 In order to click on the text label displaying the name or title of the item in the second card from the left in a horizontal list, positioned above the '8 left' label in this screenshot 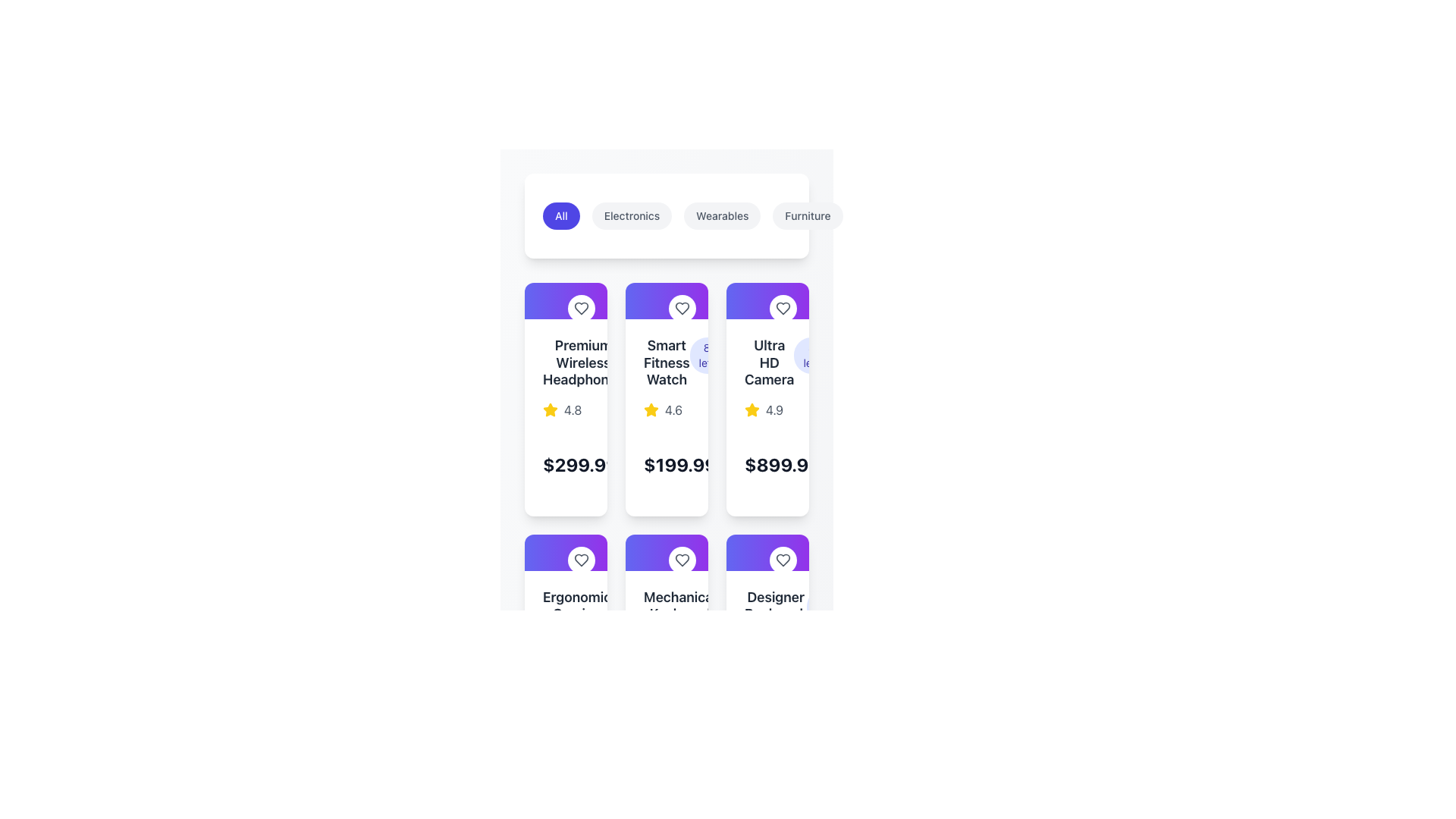, I will do `click(667, 362)`.